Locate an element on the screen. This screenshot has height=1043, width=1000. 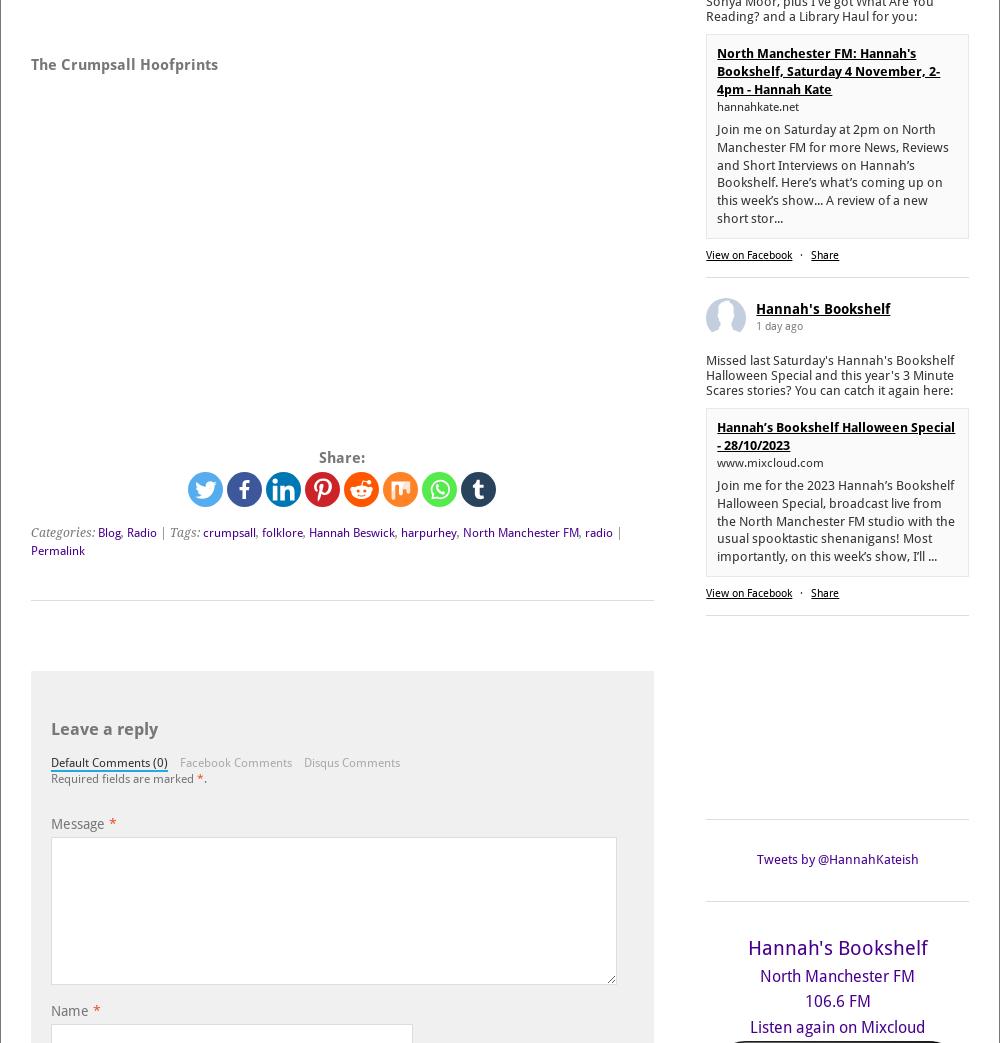
'Hannah's Bookshelf' is located at coordinates (836, 946).